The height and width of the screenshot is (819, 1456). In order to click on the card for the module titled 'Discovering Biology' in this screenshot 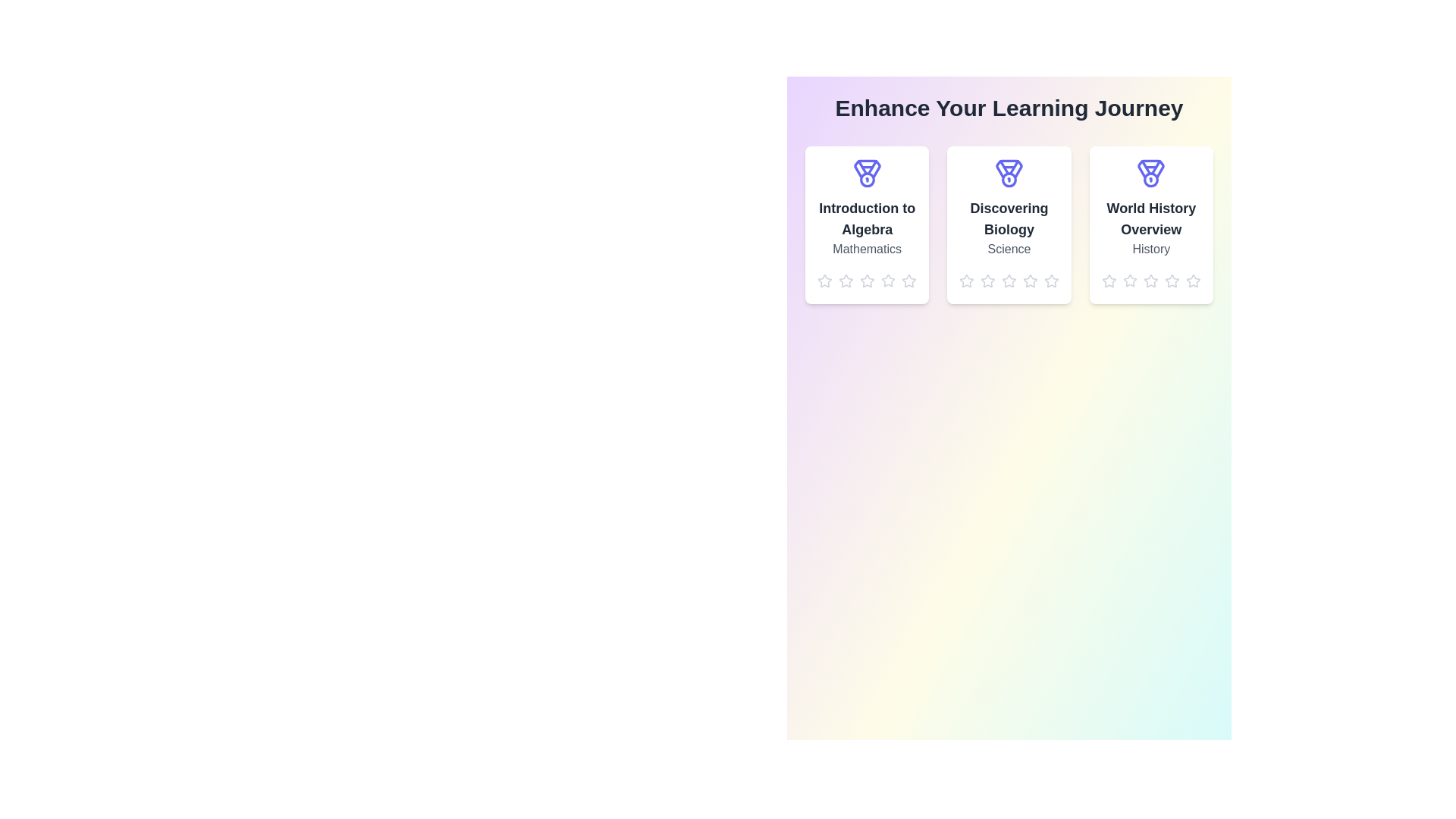, I will do `click(1009, 225)`.